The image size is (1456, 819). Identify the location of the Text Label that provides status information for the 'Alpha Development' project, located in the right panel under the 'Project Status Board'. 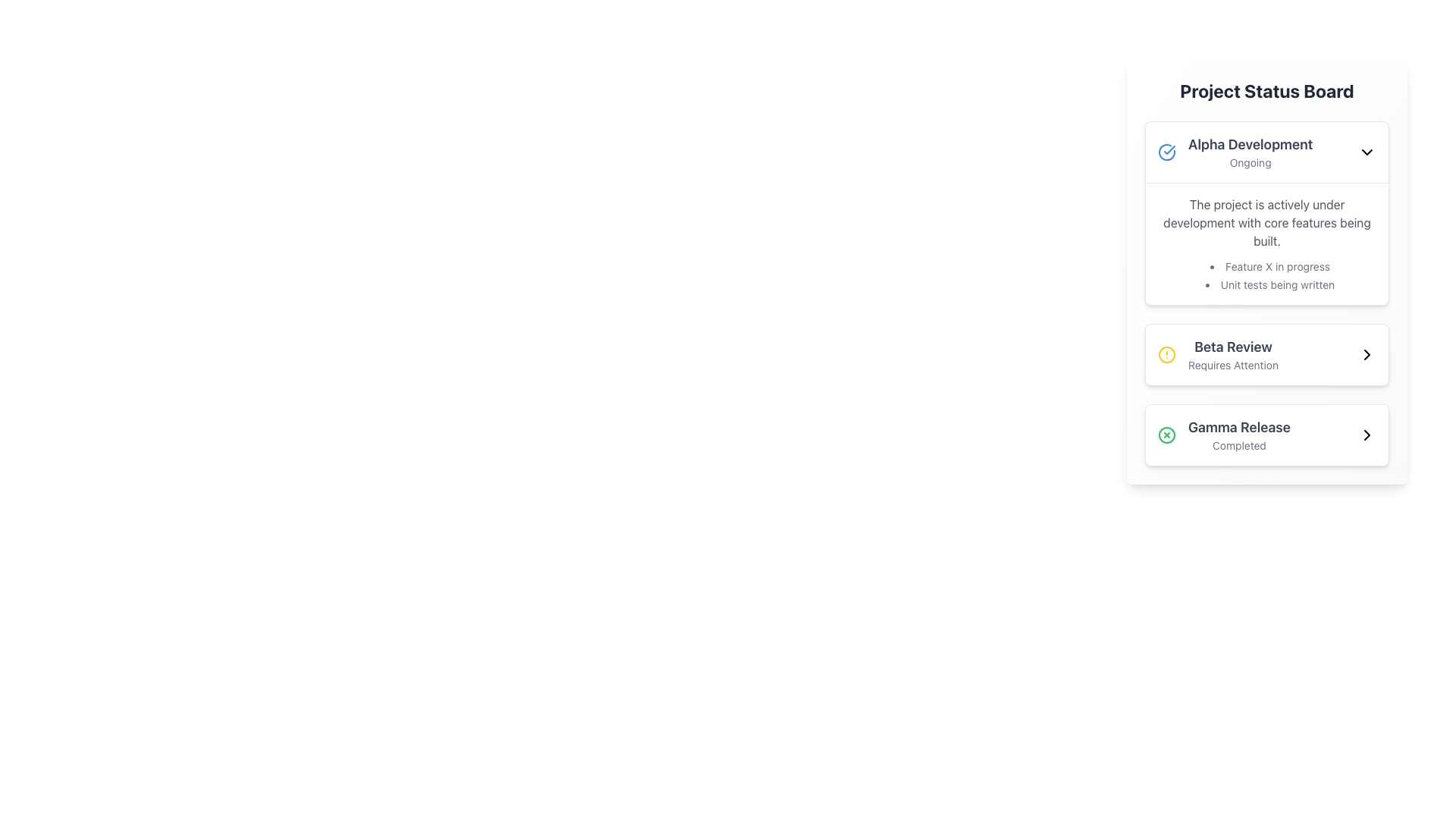
(1250, 163).